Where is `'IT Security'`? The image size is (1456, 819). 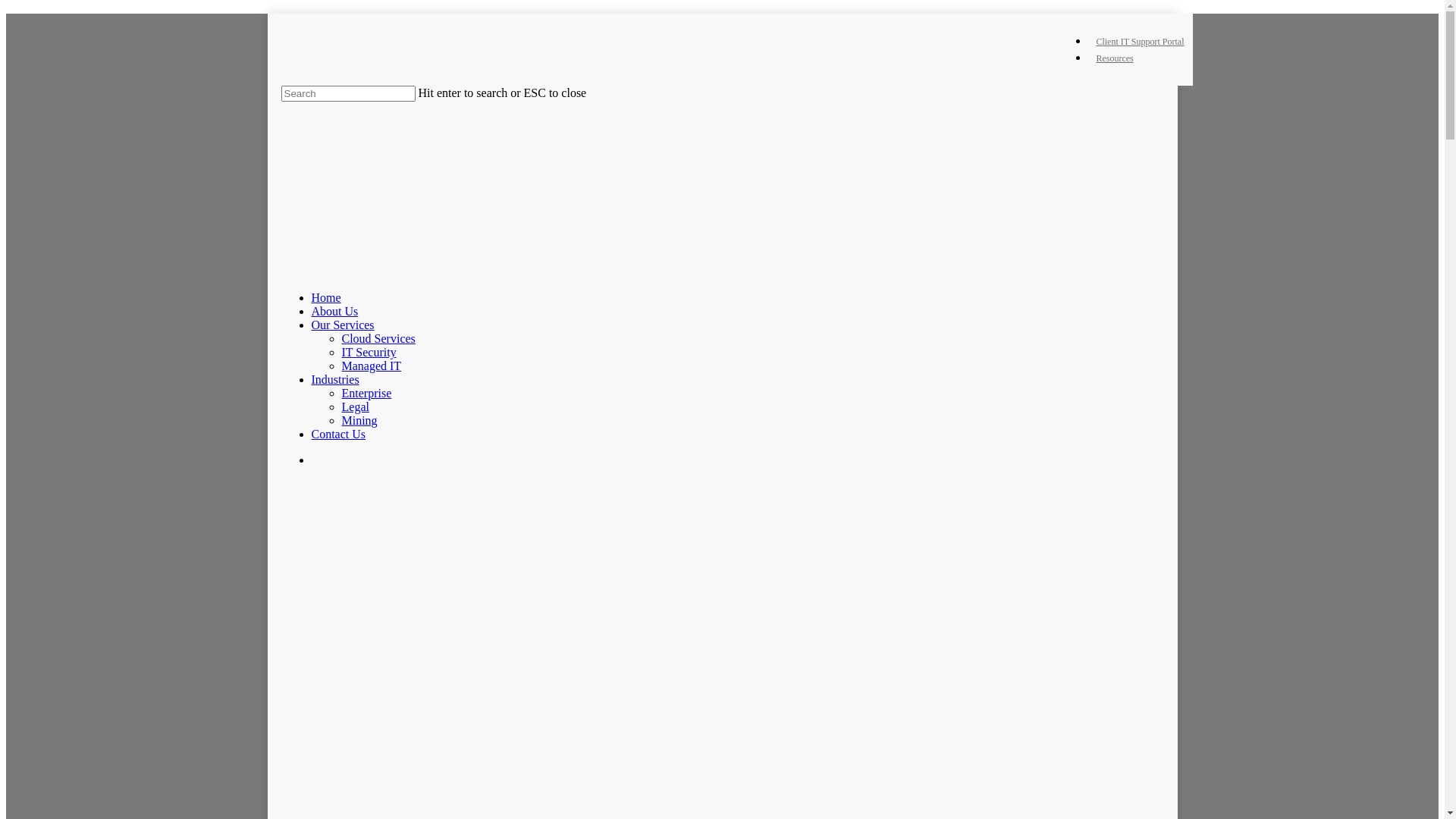
'IT Security' is located at coordinates (368, 352).